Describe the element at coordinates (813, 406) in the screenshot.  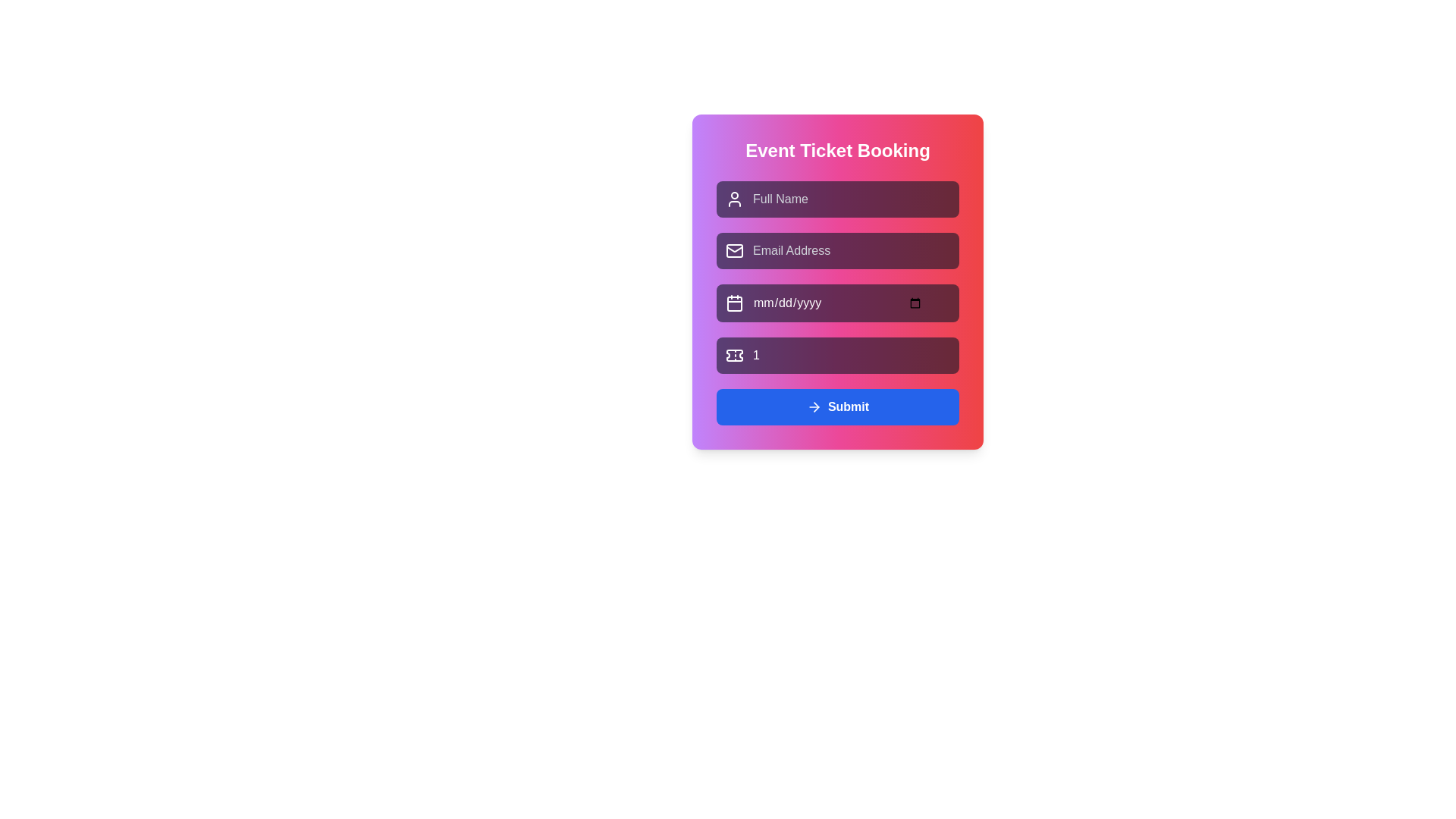
I see `the right-pointing arrow icon that is part of the 'Submit' button with a vibrant blue background, located centrally at the bottom of a card layout` at that location.